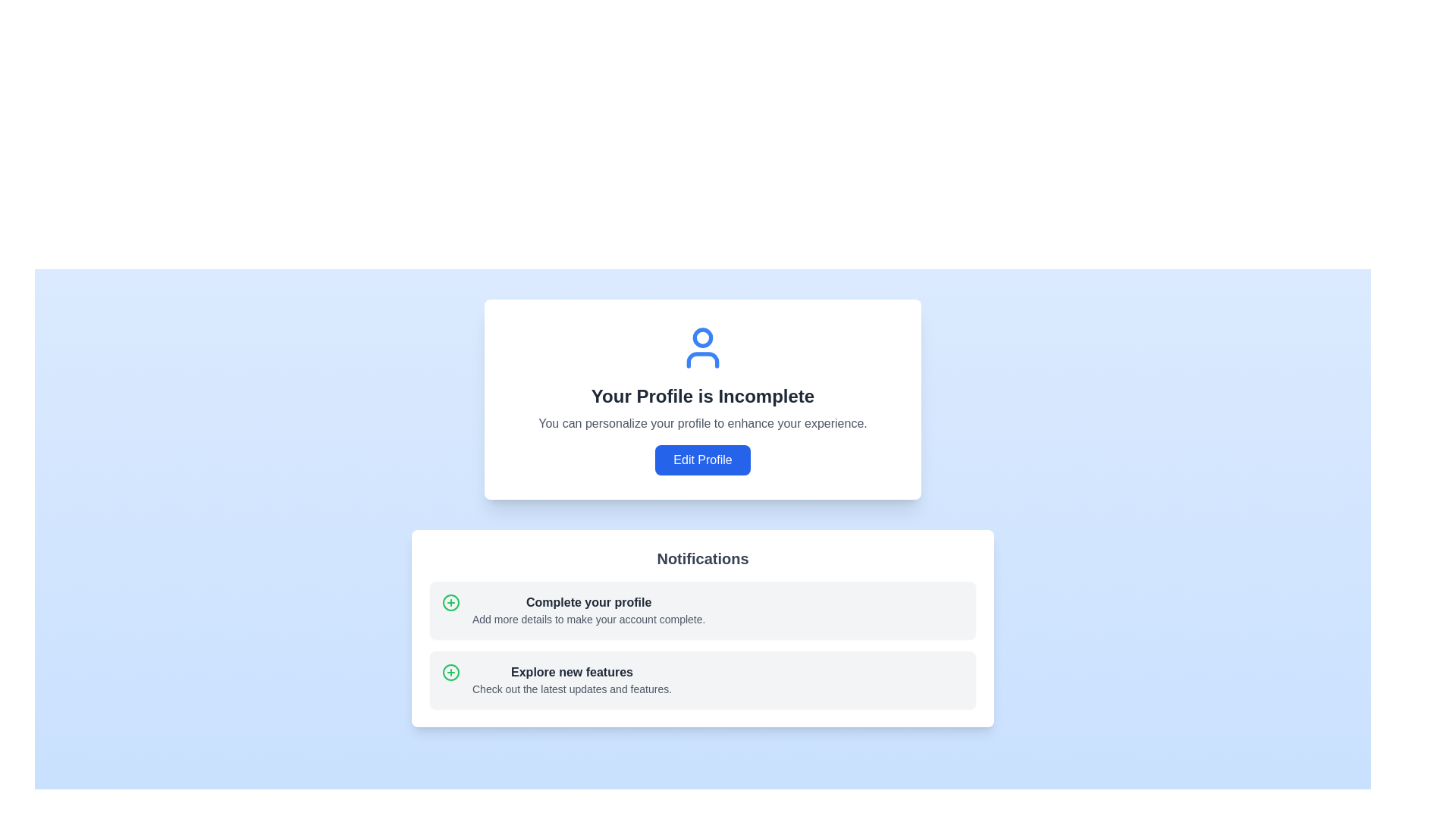 This screenshot has width=1456, height=819. I want to click on the bold text label displaying 'Complete your profile' located in the 'Notifications' section, so click(588, 601).